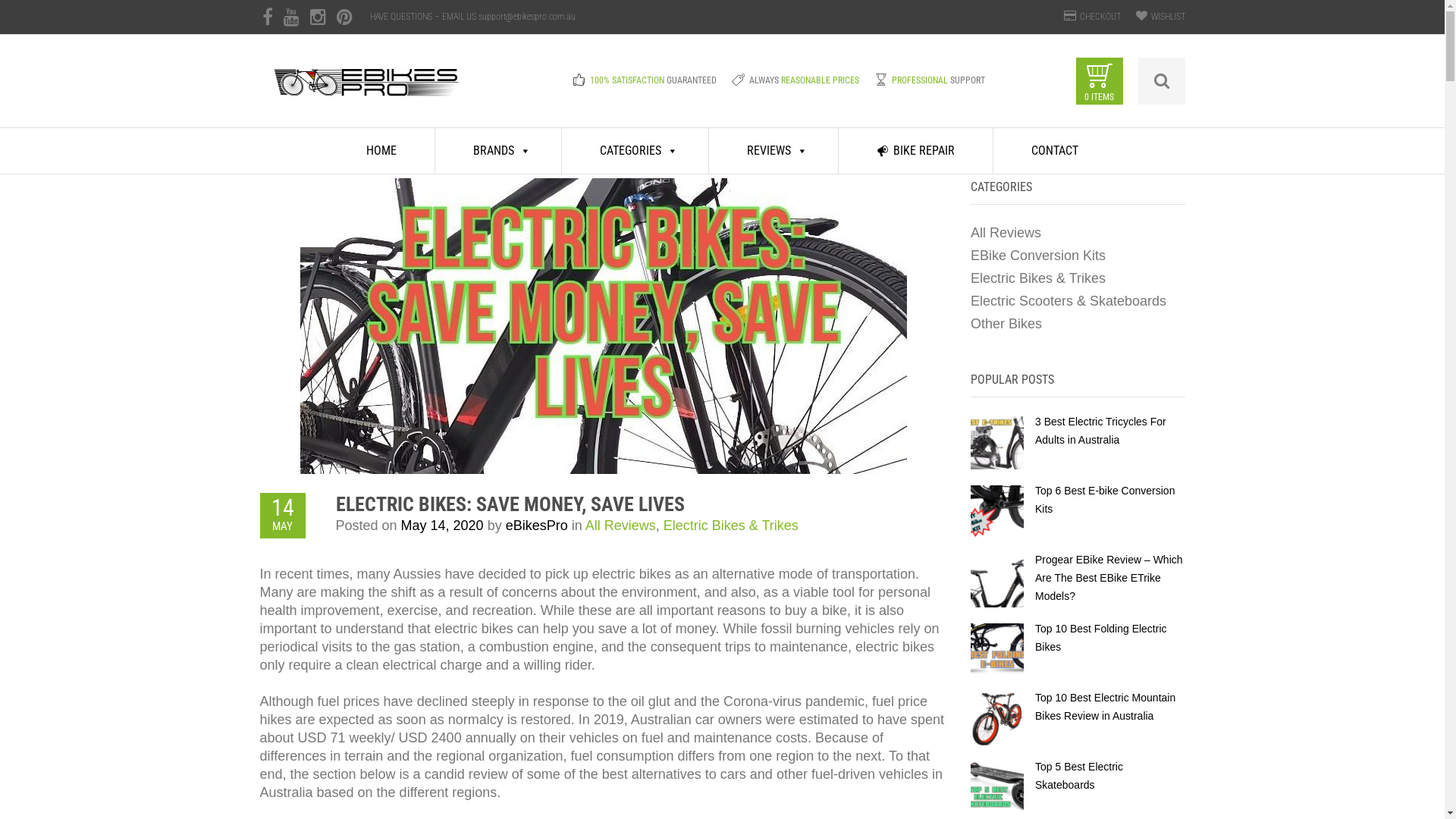  Describe the element at coordinates (343, 17) in the screenshot. I see `'Connect us'` at that location.